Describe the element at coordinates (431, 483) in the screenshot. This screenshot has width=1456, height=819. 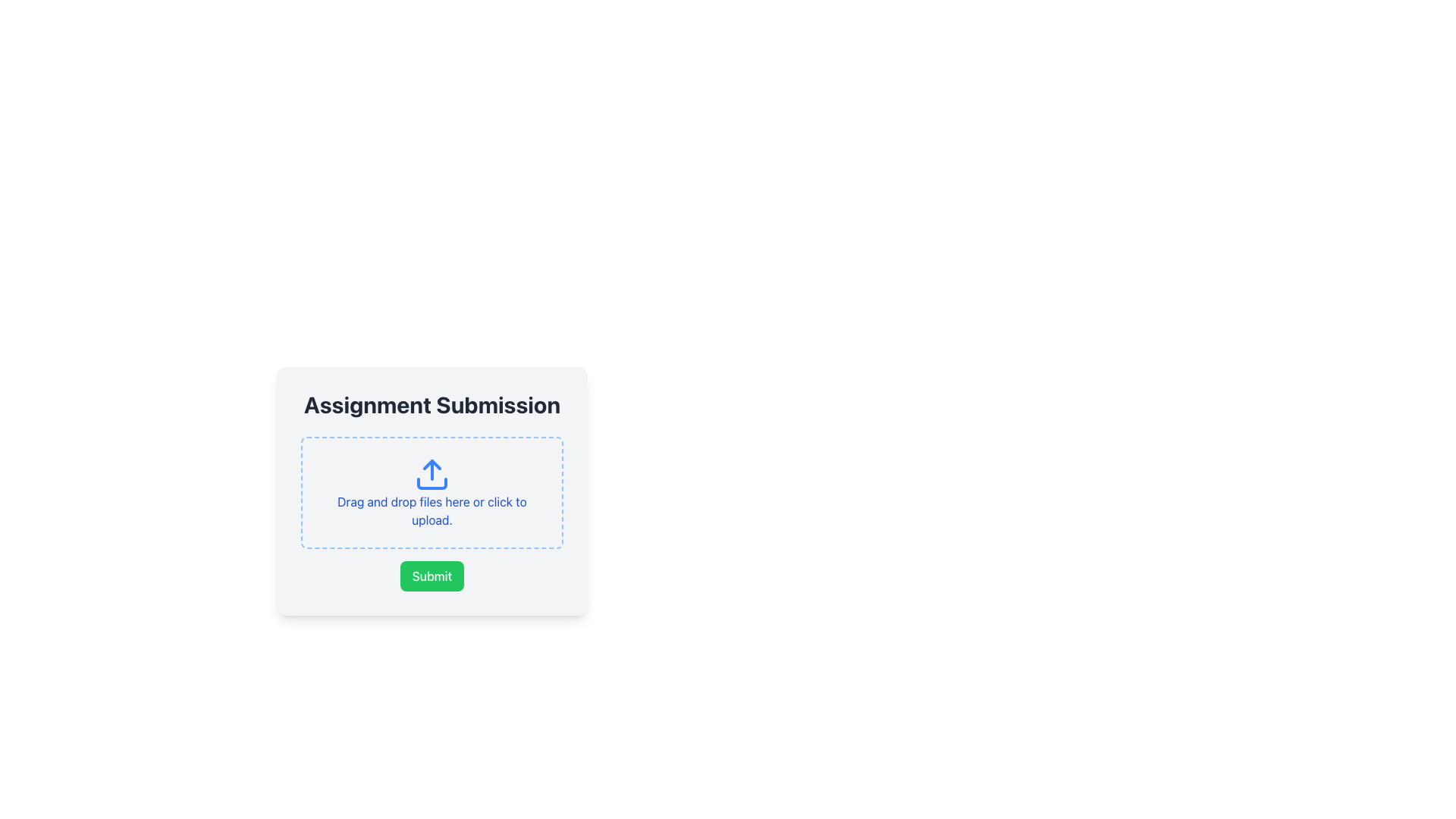
I see `the decorative graphical element at the bottom of the upload icon, which is part of the dashed rectangular area labeled 'Drag and drop files here or click to upload'` at that location.